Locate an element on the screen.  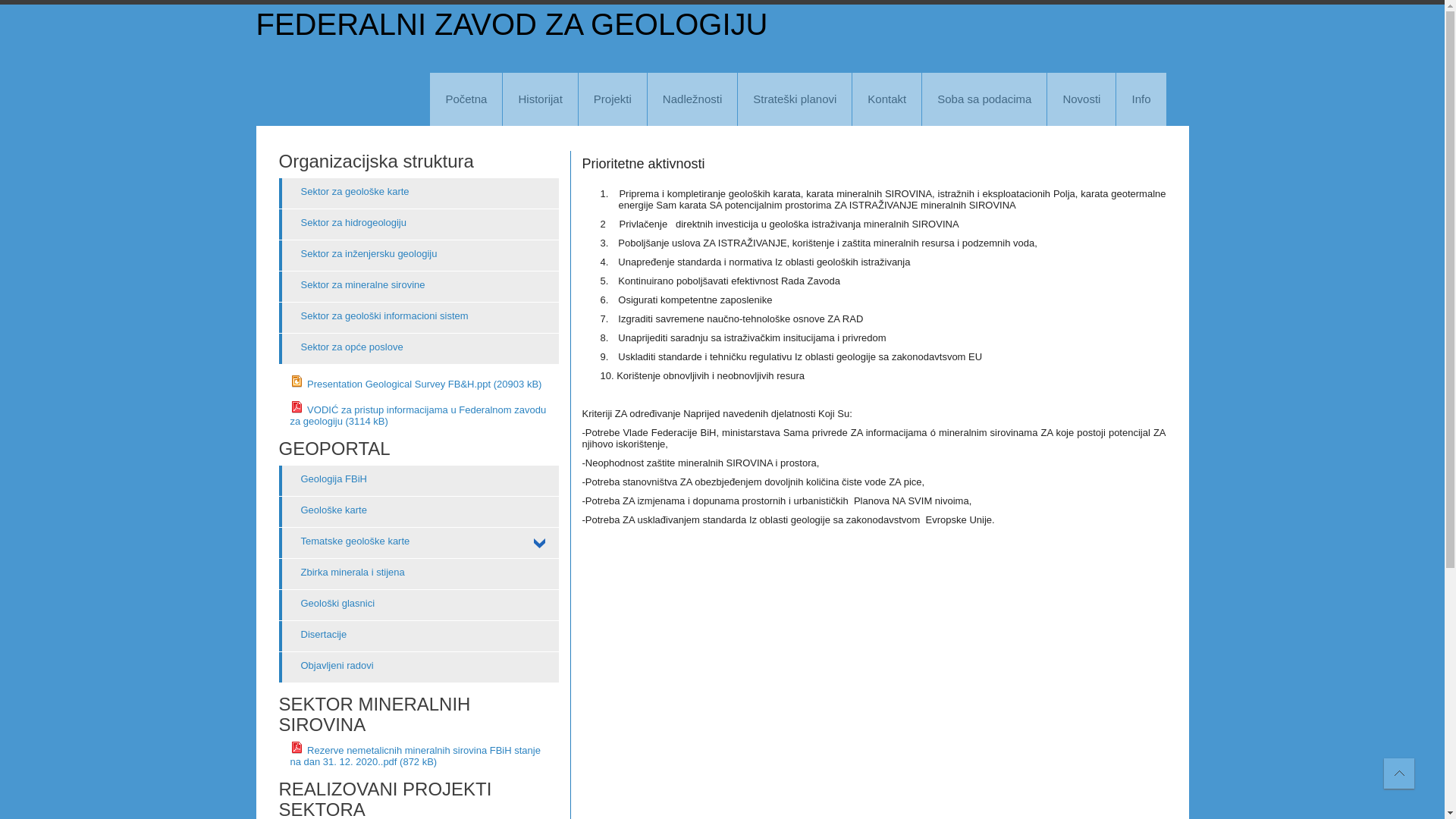
'Kontakt' is located at coordinates (852, 99).